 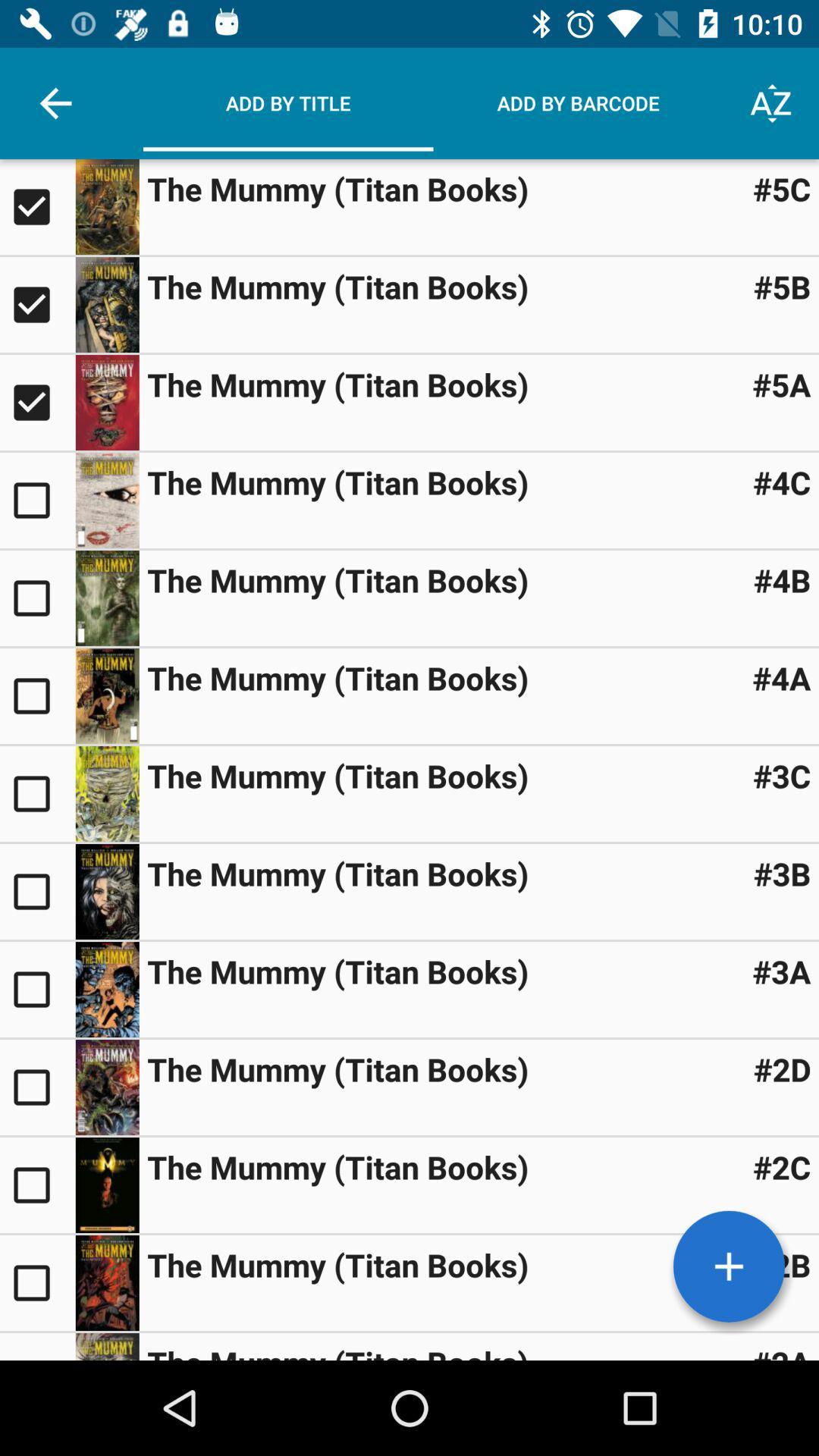 I want to click on the icon to the right of the mummy titan, so click(x=782, y=579).